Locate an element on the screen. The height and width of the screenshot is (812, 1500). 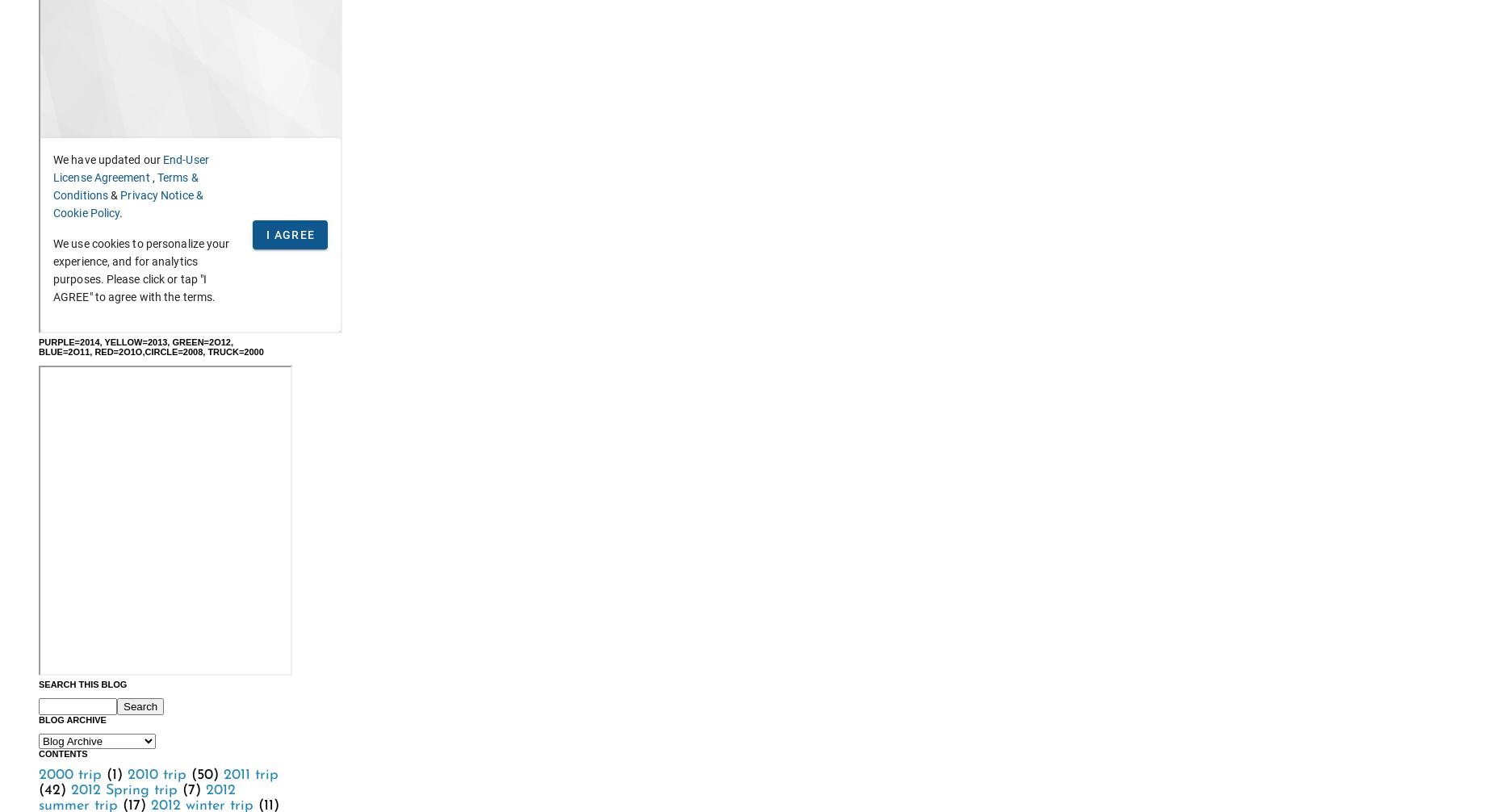
'Search This Blog' is located at coordinates (82, 682).